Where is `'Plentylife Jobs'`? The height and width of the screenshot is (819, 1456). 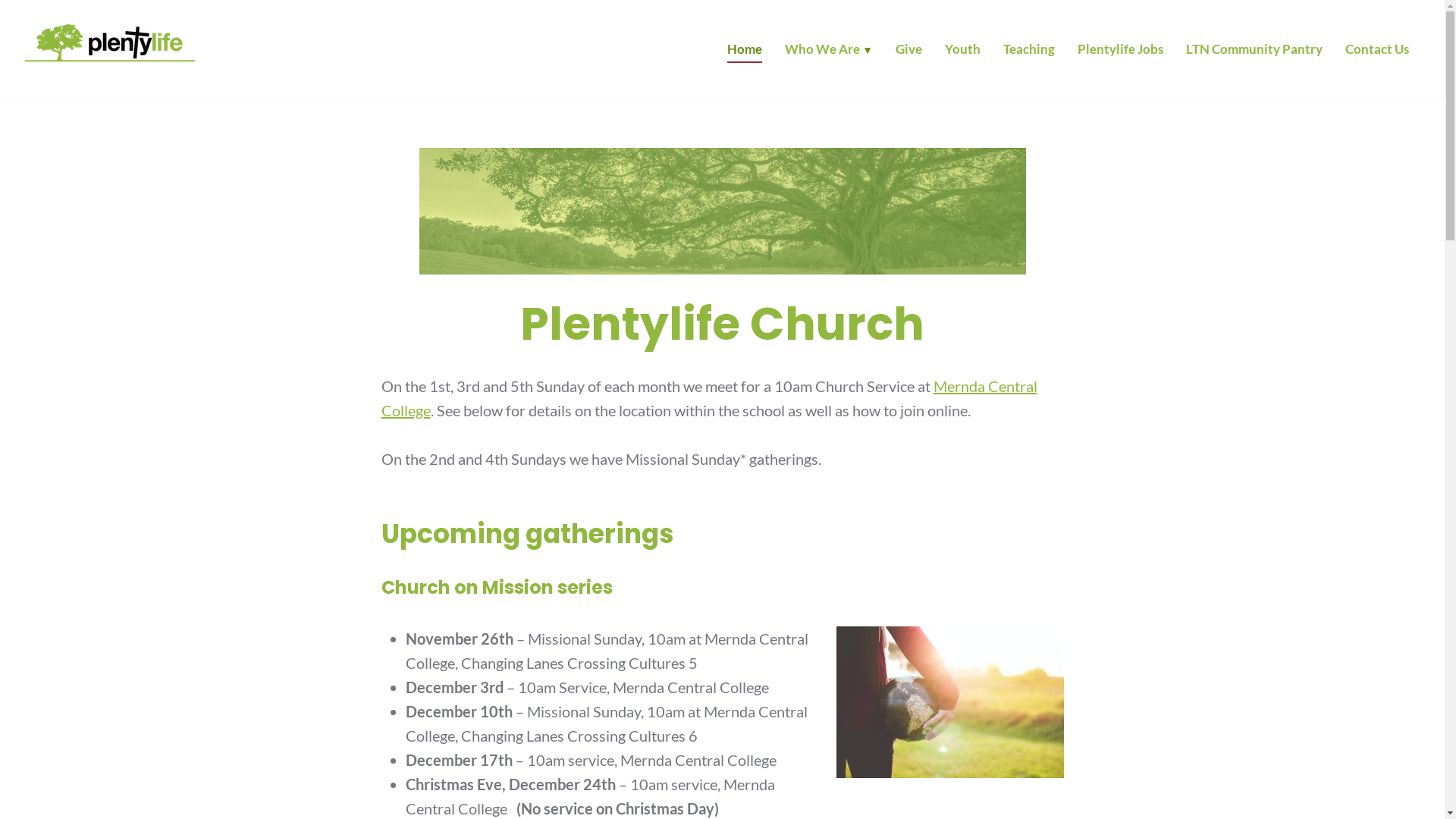
'Plentylife Jobs' is located at coordinates (1120, 51).